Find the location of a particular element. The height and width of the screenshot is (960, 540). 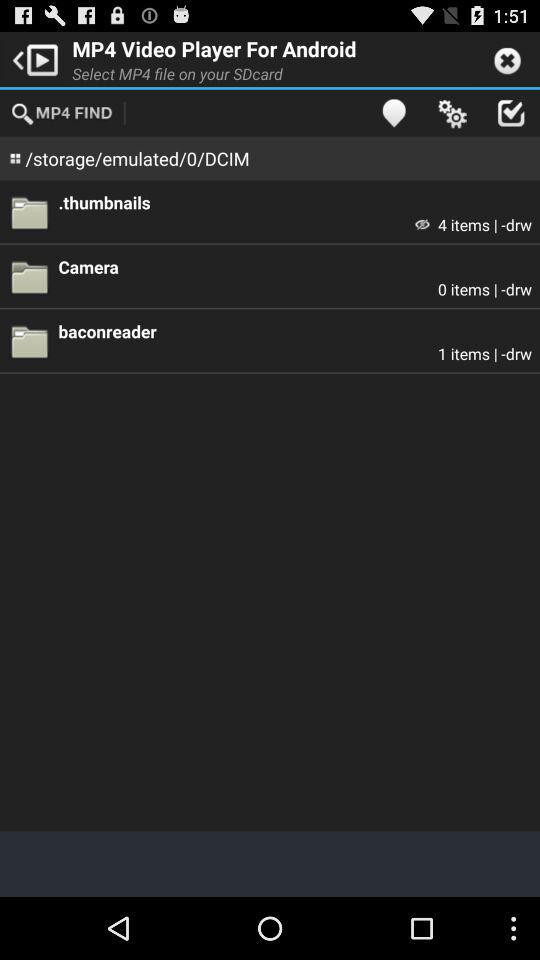

the icon above the storage emulated 0 icon is located at coordinates (63, 112).